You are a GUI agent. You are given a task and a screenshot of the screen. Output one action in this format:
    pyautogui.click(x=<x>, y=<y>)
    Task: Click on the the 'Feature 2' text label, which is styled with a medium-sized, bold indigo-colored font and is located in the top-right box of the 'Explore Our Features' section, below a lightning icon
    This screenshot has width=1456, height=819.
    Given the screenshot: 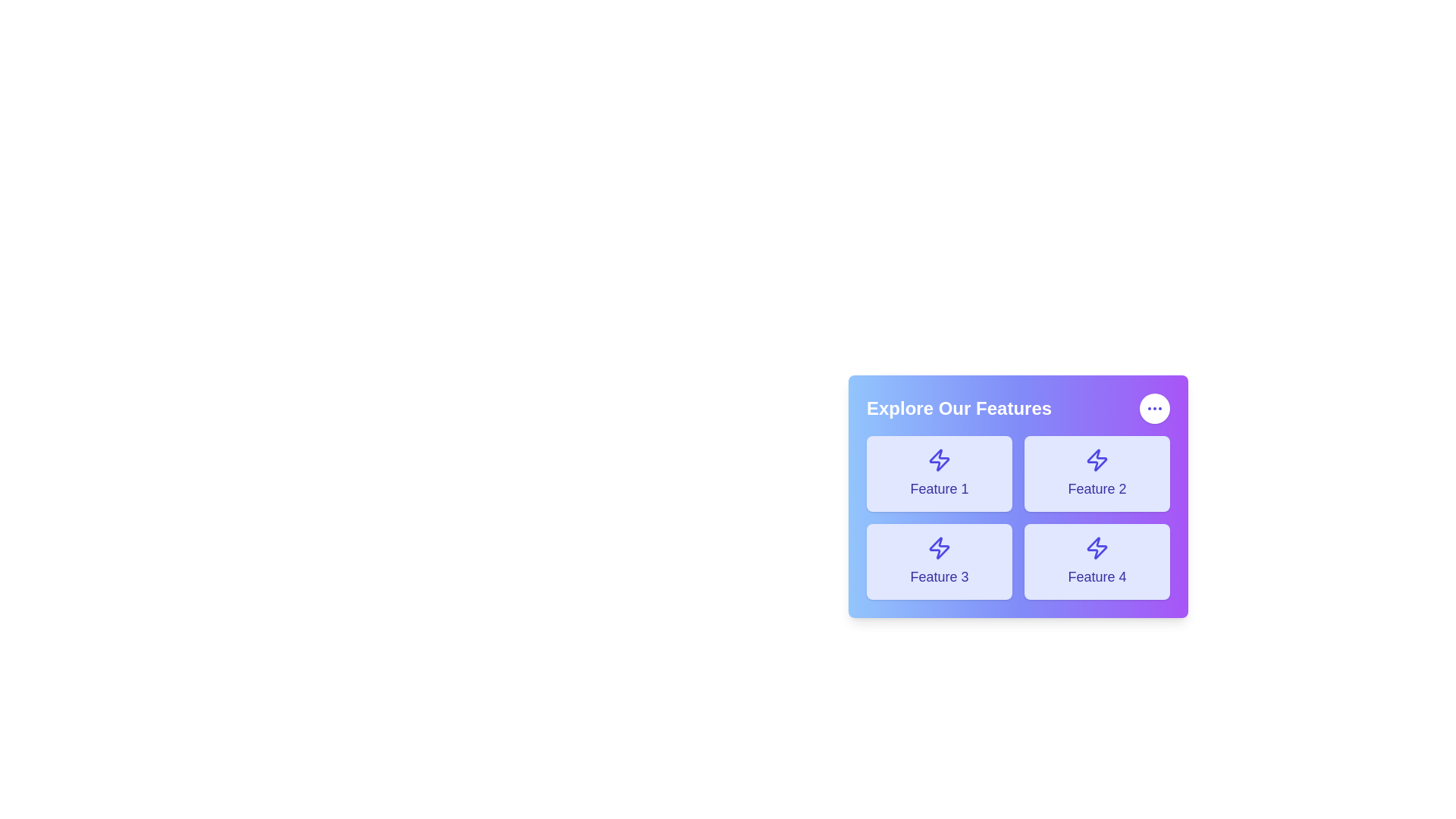 What is the action you would take?
    pyautogui.click(x=1097, y=488)
    